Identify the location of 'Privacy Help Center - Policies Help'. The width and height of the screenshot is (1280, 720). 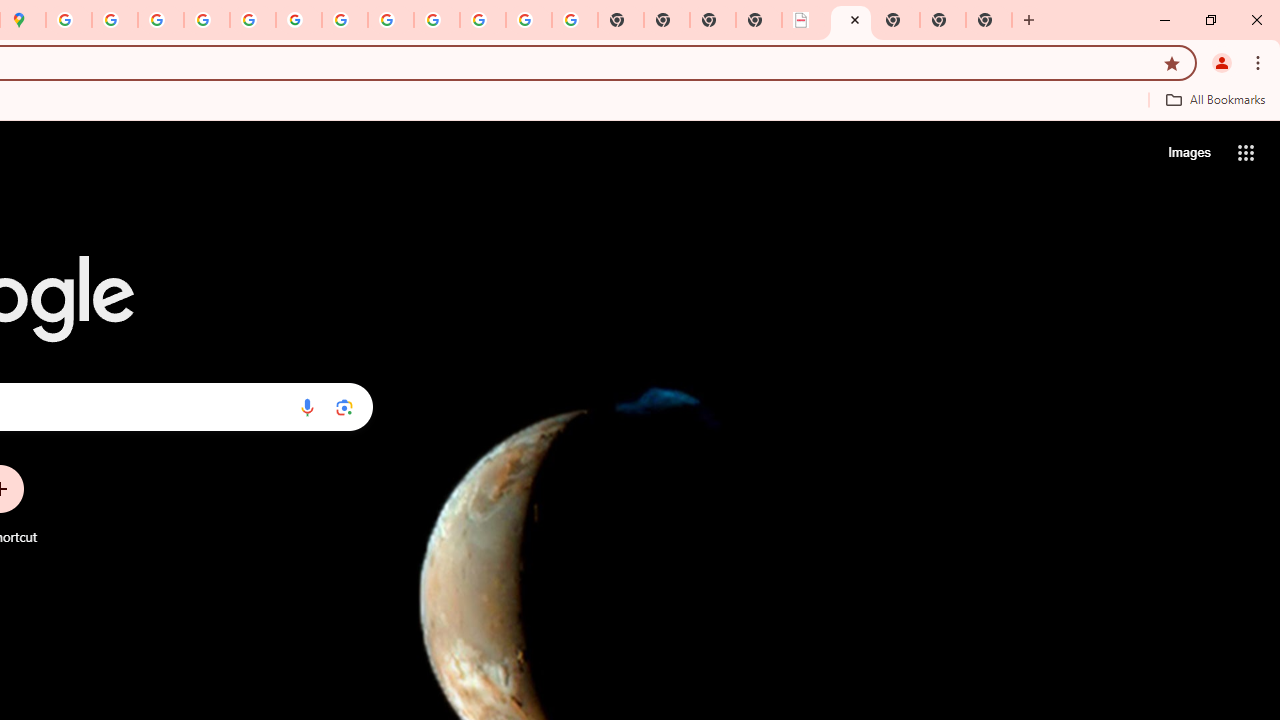
(207, 20).